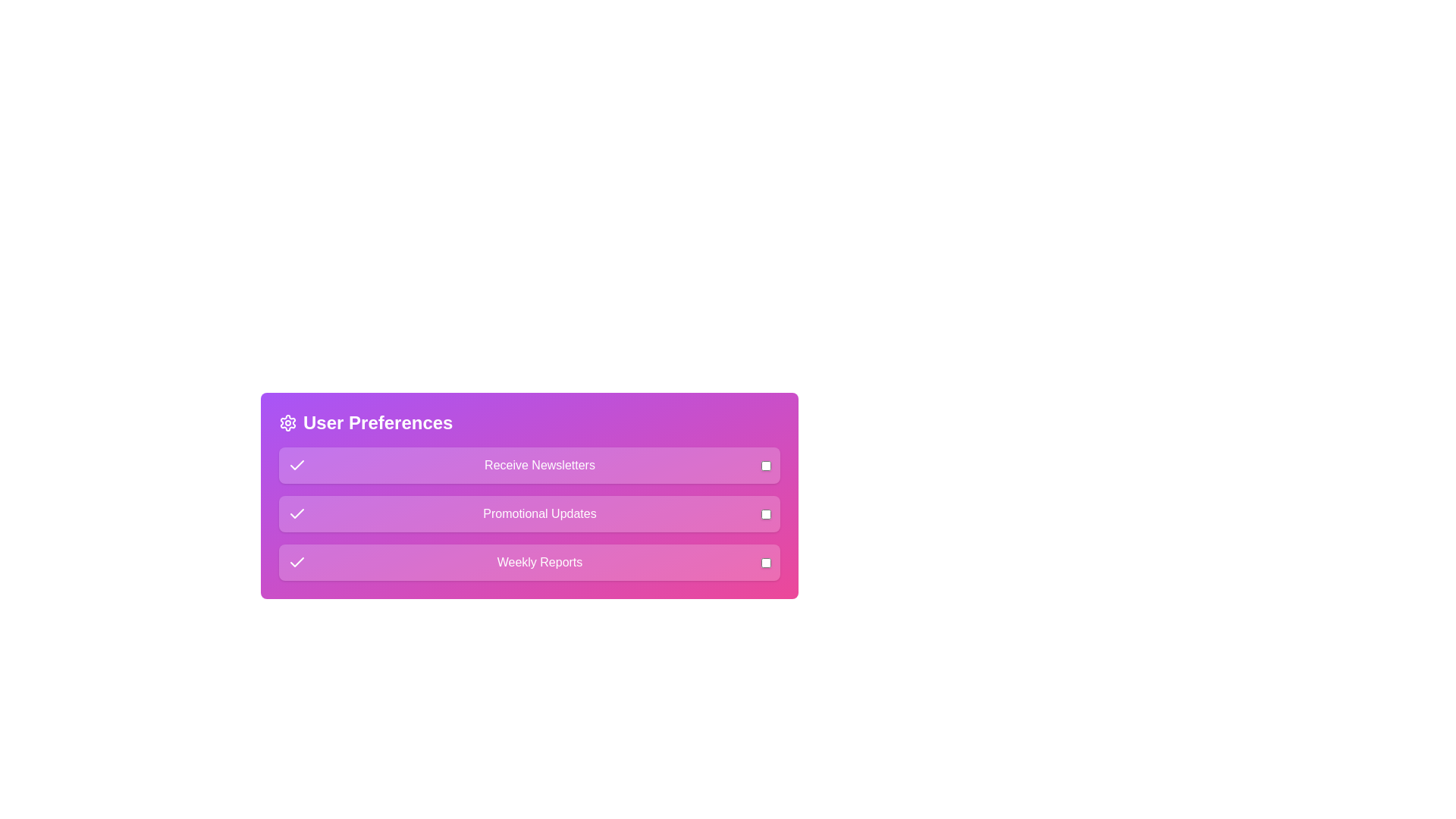  Describe the element at coordinates (766, 464) in the screenshot. I see `the 'Receive Newsletters' checkbox to toggle its state` at that location.